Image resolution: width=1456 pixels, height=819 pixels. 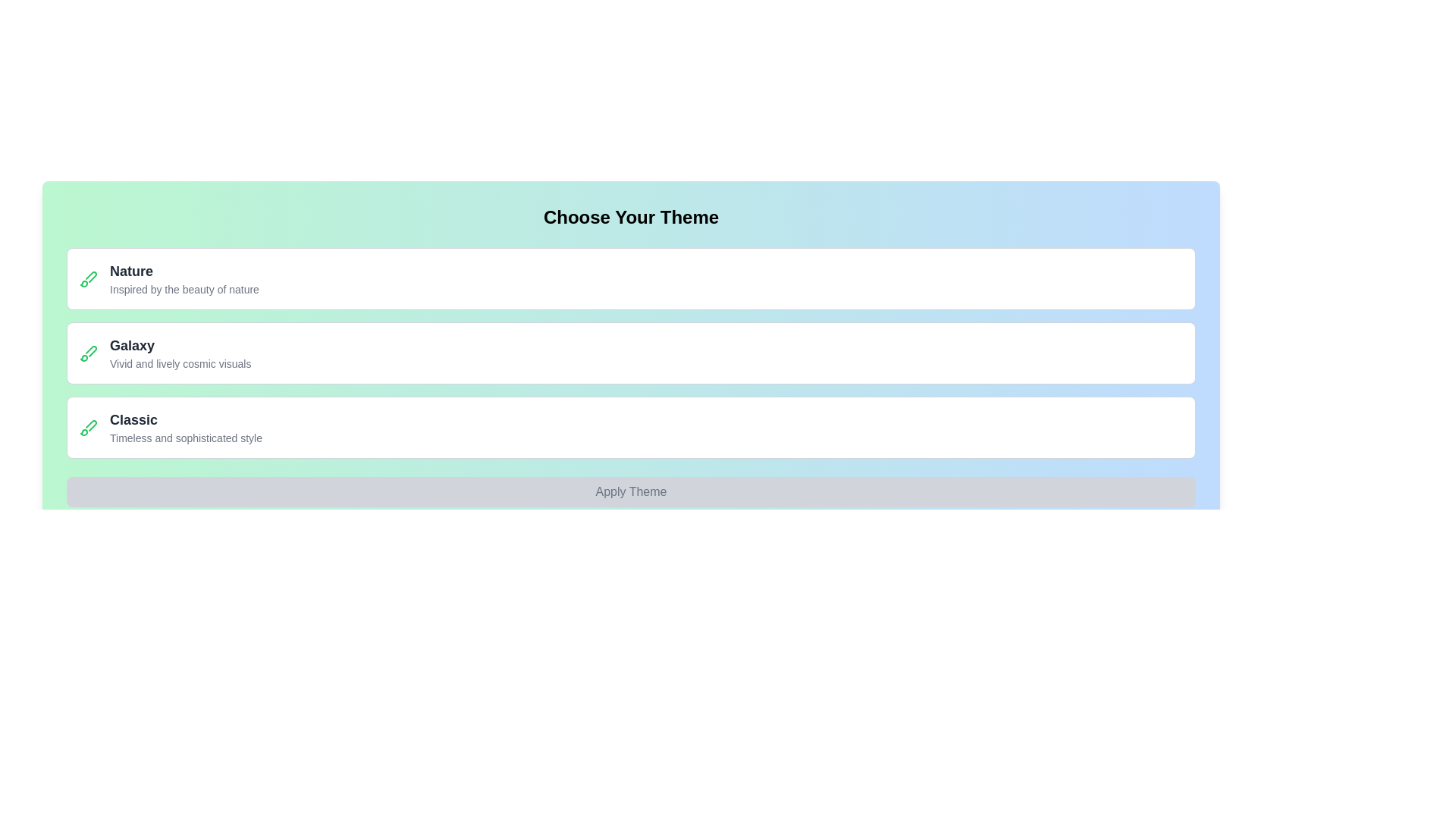 What do you see at coordinates (90, 277) in the screenshot?
I see `the decorative brush icon located within the first option's icon group to the left of the 'Nature' text area` at bounding box center [90, 277].